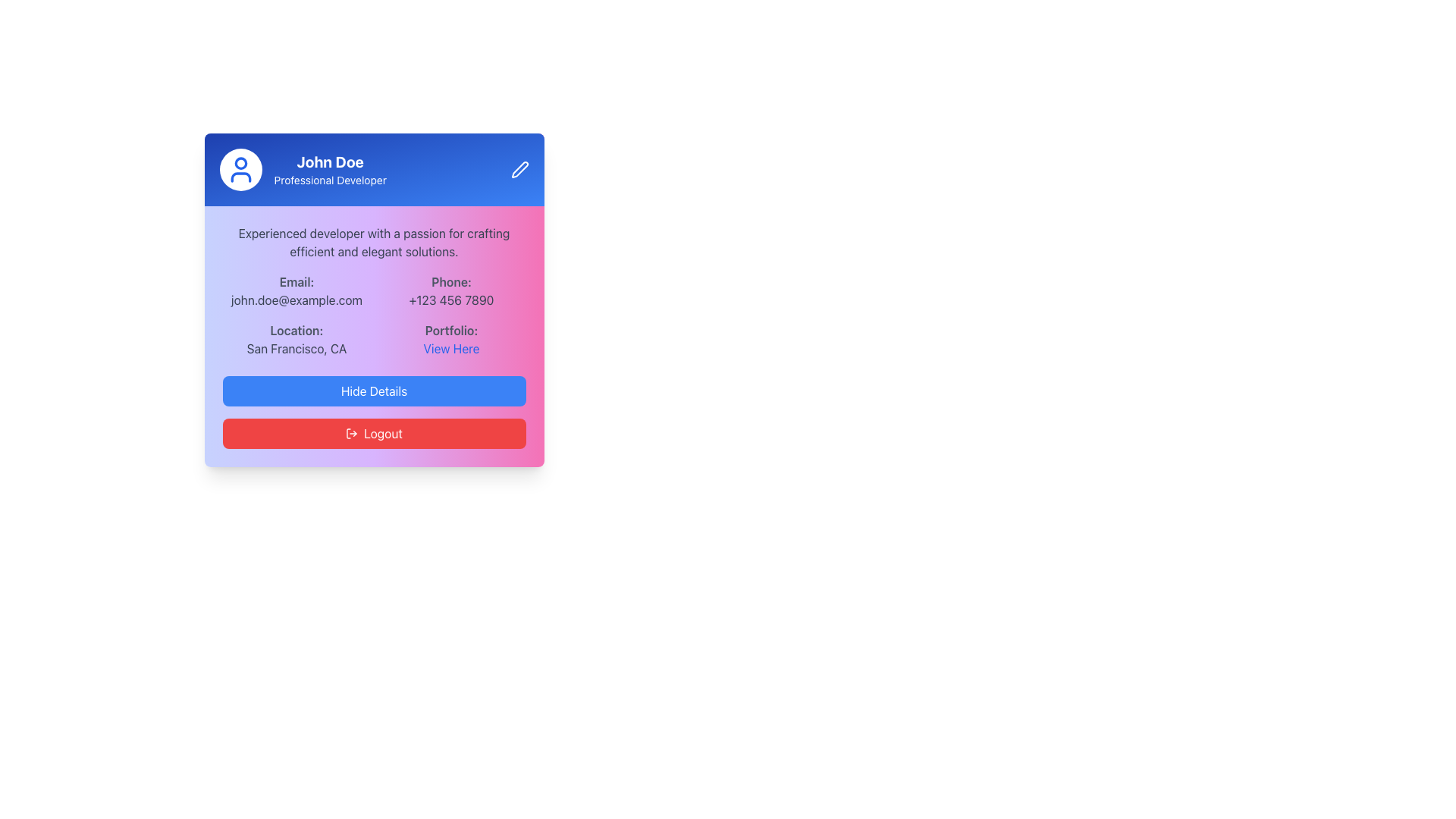 The image size is (1456, 819). Describe the element at coordinates (450, 281) in the screenshot. I see `the Text label indicating the phone number in the right column of the contact information layout` at that location.